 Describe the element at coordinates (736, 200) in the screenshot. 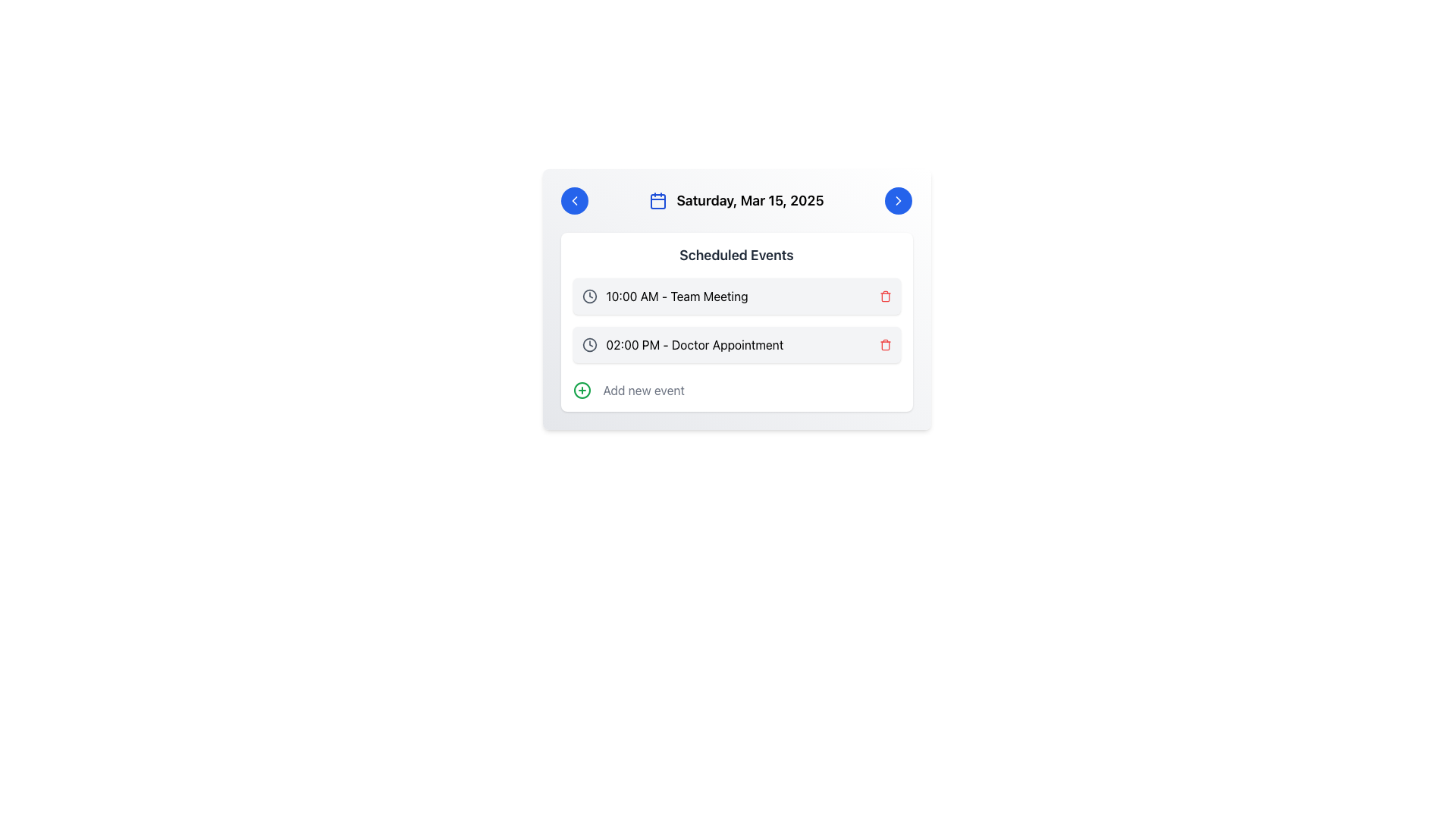

I see `the calendar label displaying 'Saturday, Mar 15, 2025'` at that location.